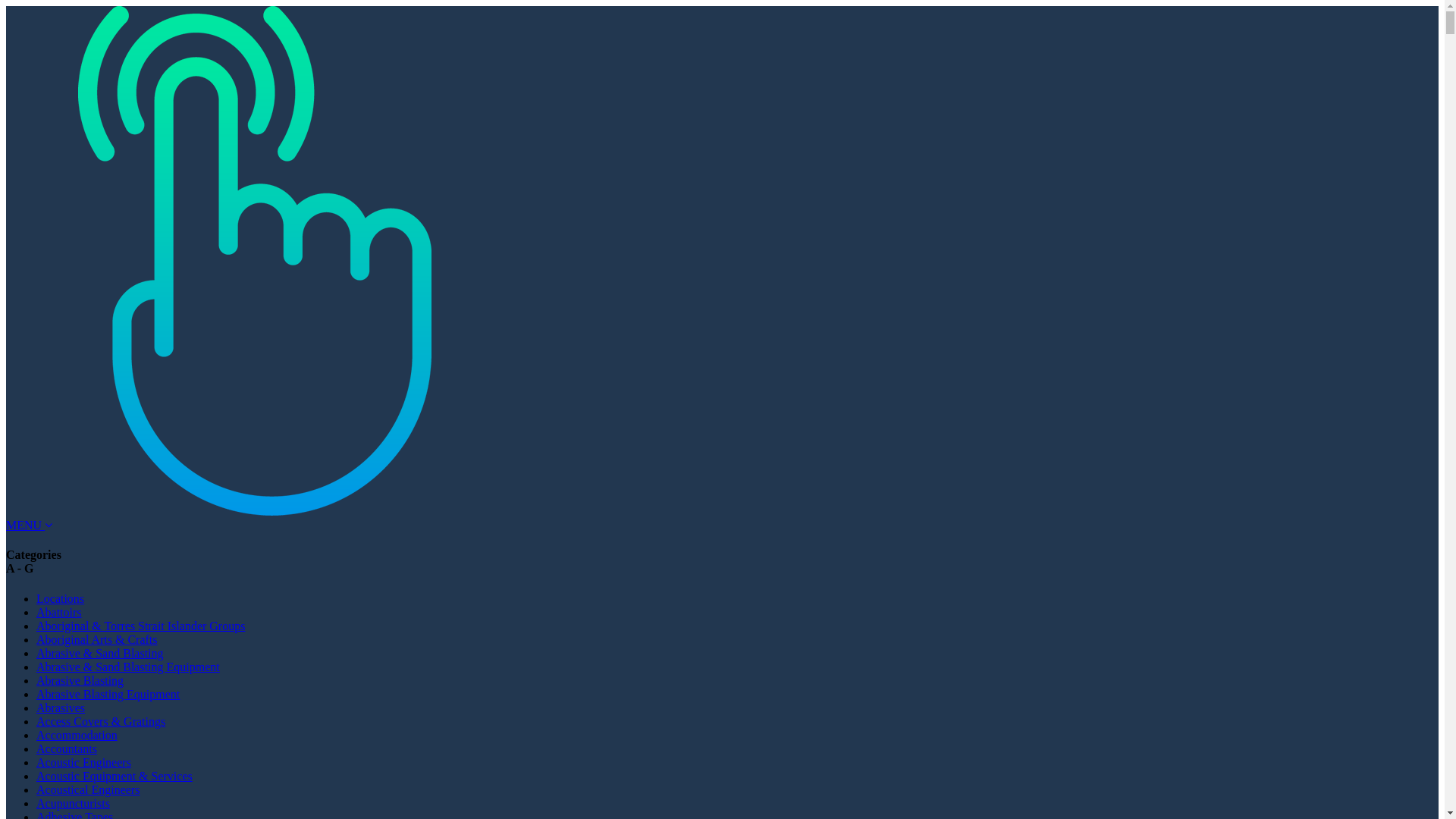  What do you see at coordinates (99, 652) in the screenshot?
I see `'Abrasive & Sand Blasting'` at bounding box center [99, 652].